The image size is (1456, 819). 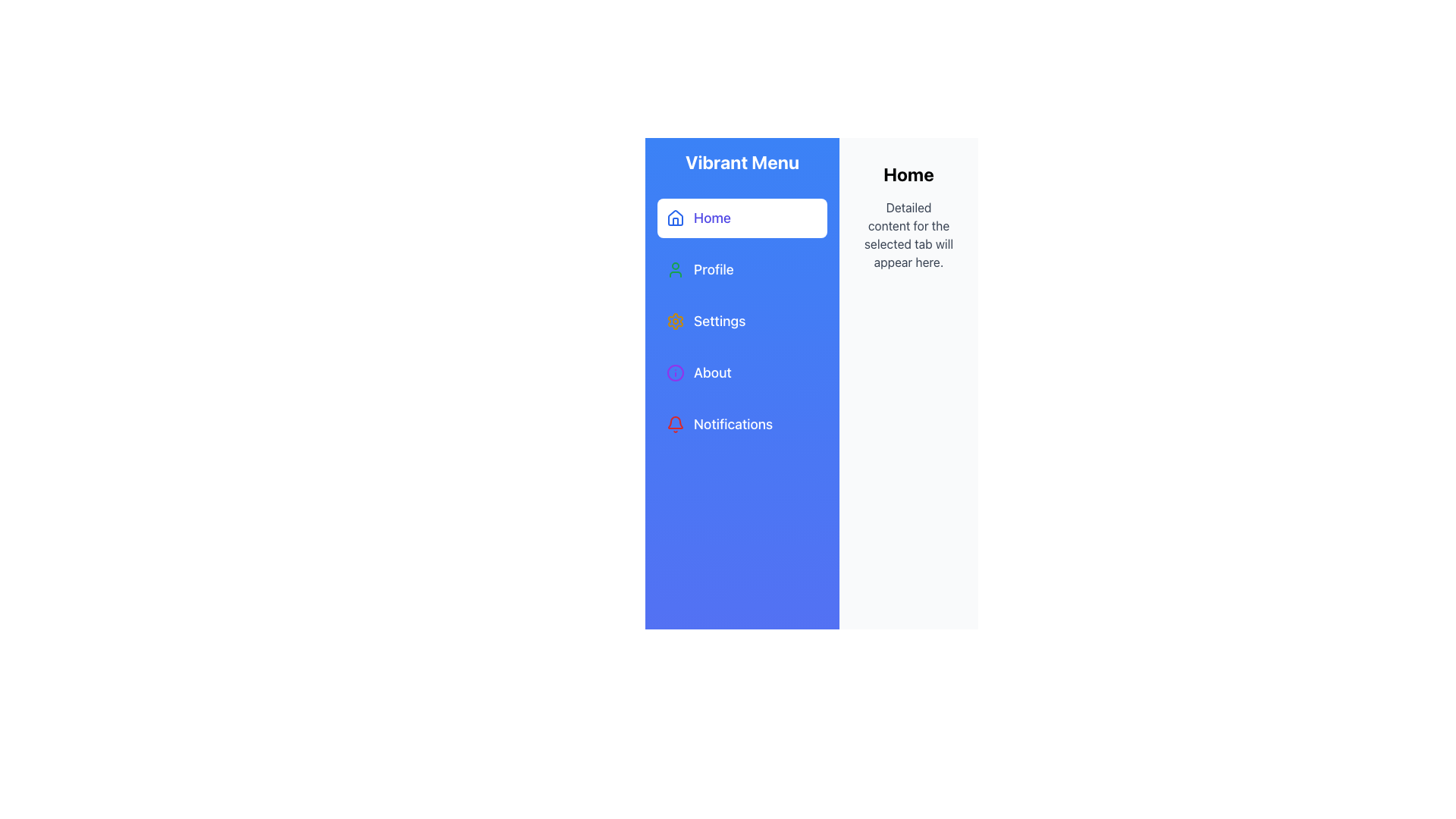 I want to click on the green user icon located inside the blue sidebar menu, positioned to the left of the 'Profile' text, so click(x=675, y=268).